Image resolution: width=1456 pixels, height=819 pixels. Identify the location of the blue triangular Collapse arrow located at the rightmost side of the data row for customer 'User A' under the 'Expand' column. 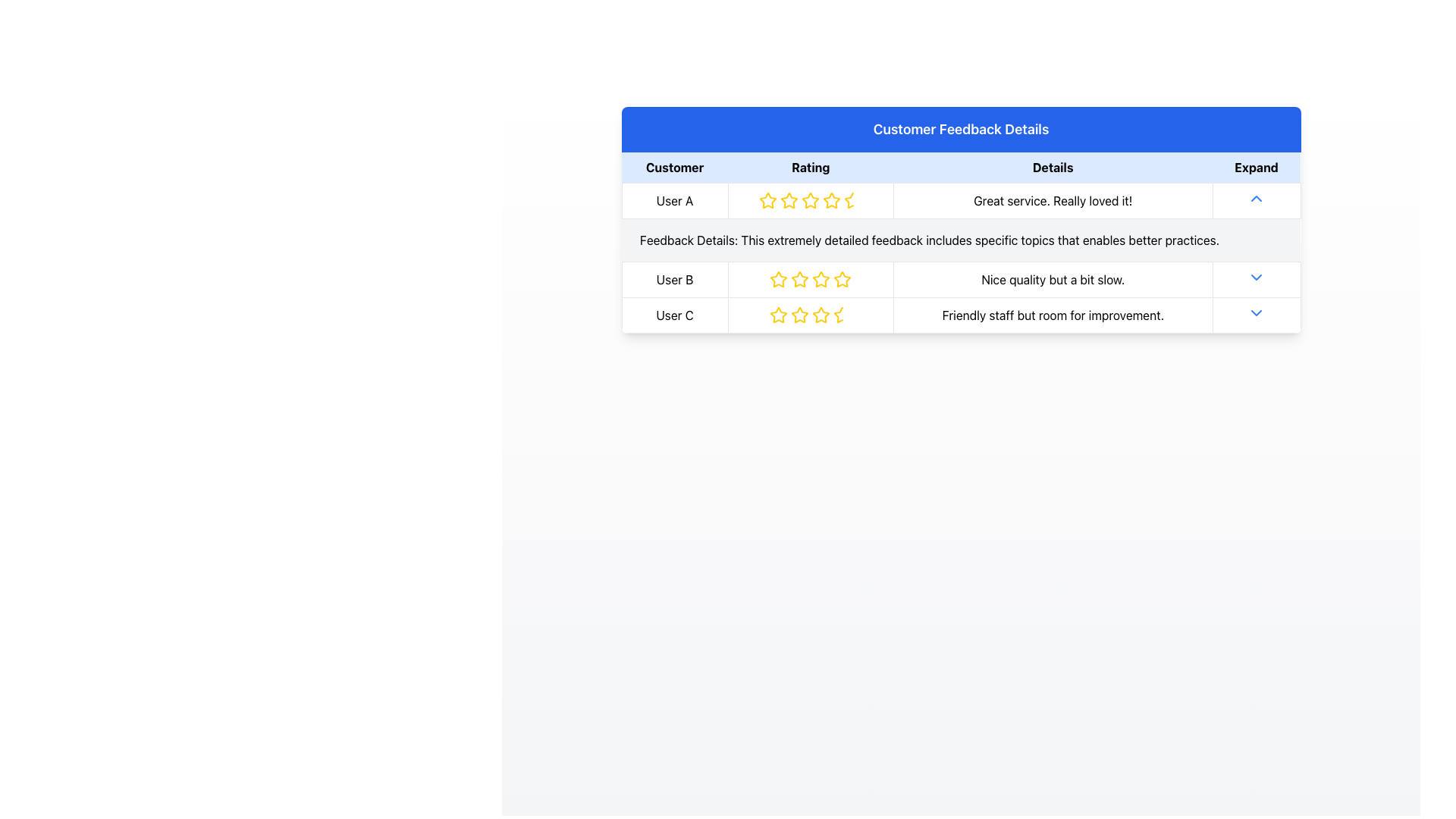
(1257, 200).